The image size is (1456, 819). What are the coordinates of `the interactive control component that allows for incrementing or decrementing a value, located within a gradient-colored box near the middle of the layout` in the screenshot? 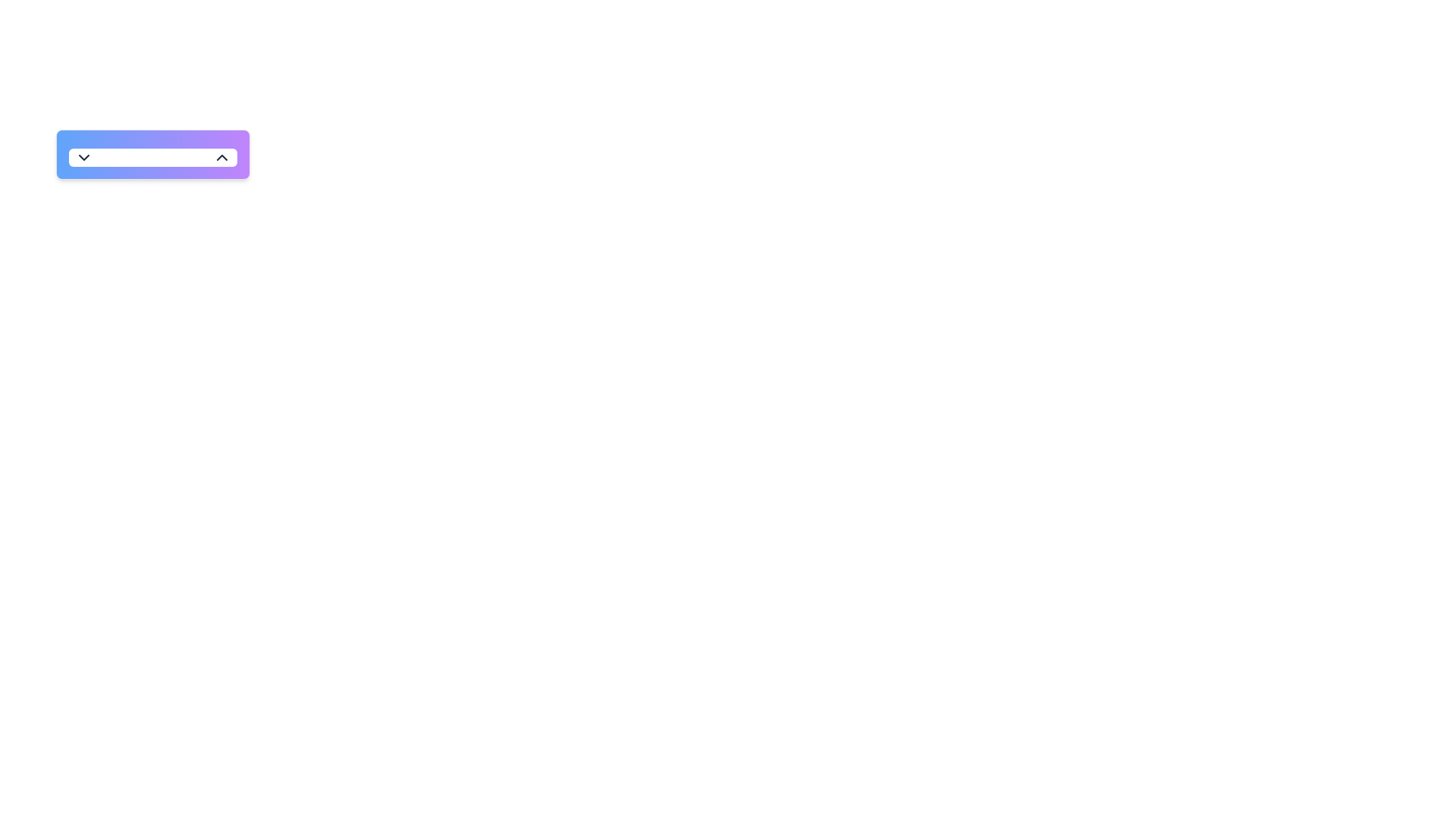 It's located at (152, 158).